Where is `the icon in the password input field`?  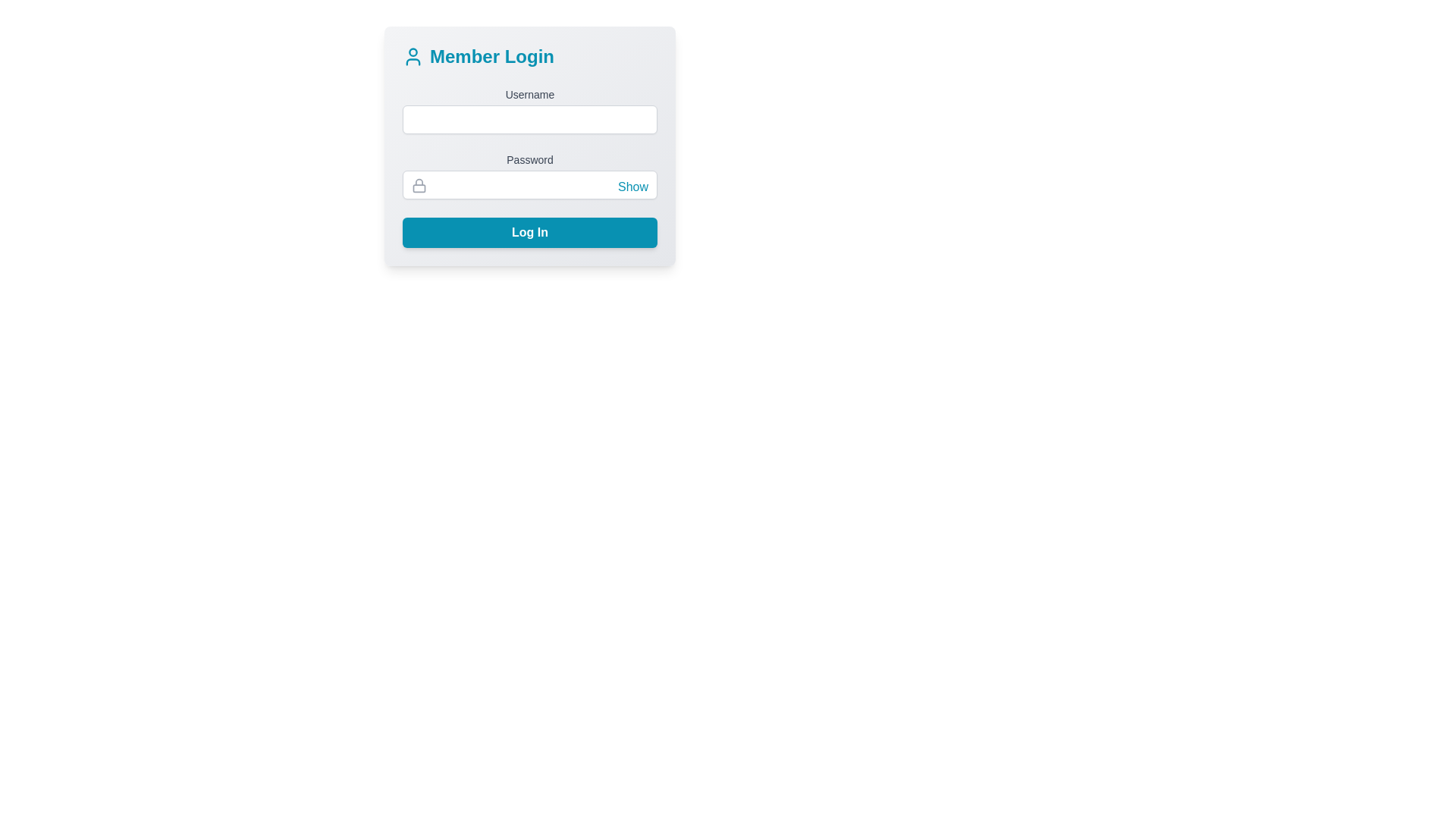 the icon in the password input field is located at coordinates (530, 174).